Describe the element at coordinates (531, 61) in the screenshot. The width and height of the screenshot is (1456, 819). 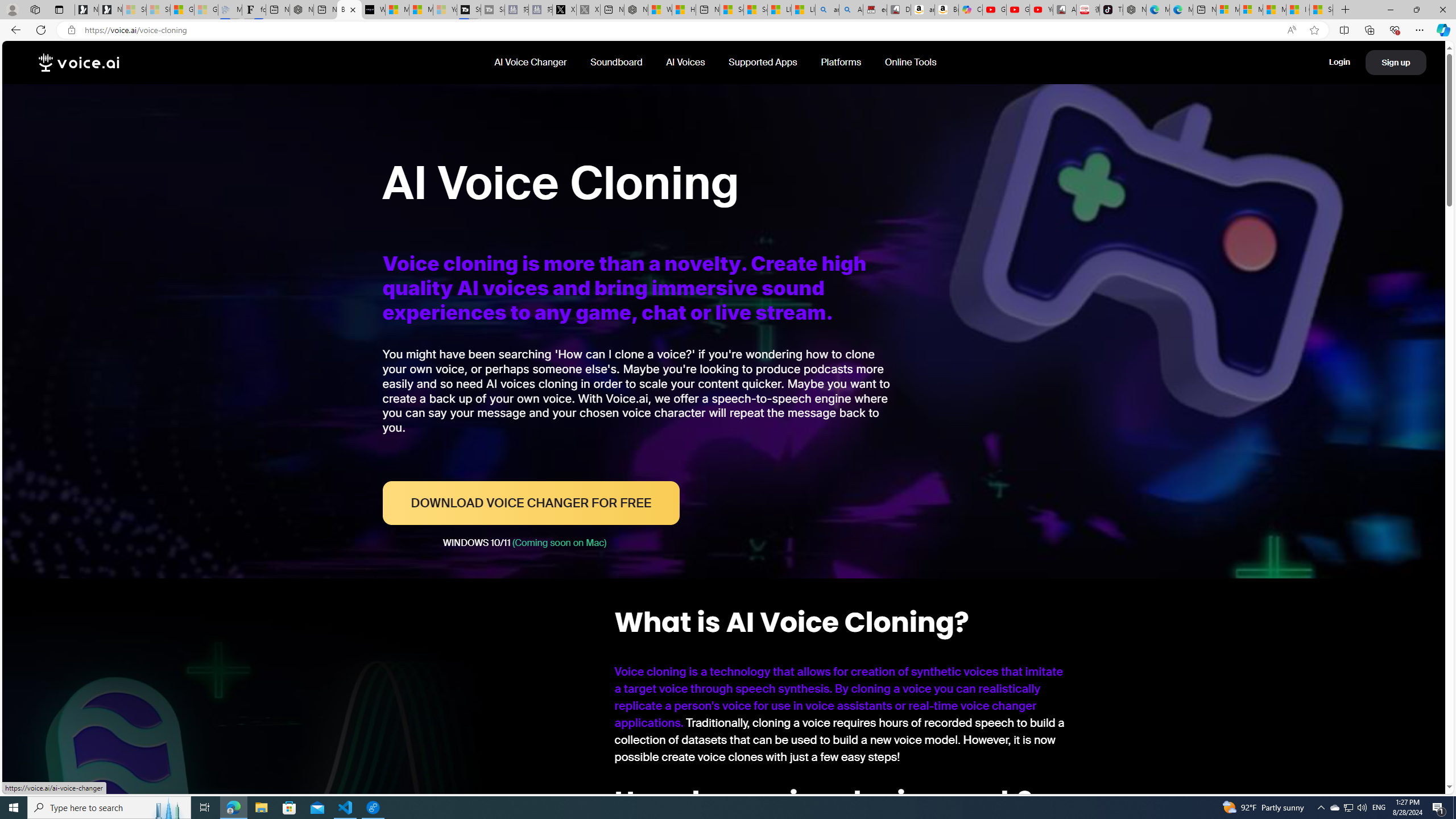
I see `'AI Voice Changer '` at that location.